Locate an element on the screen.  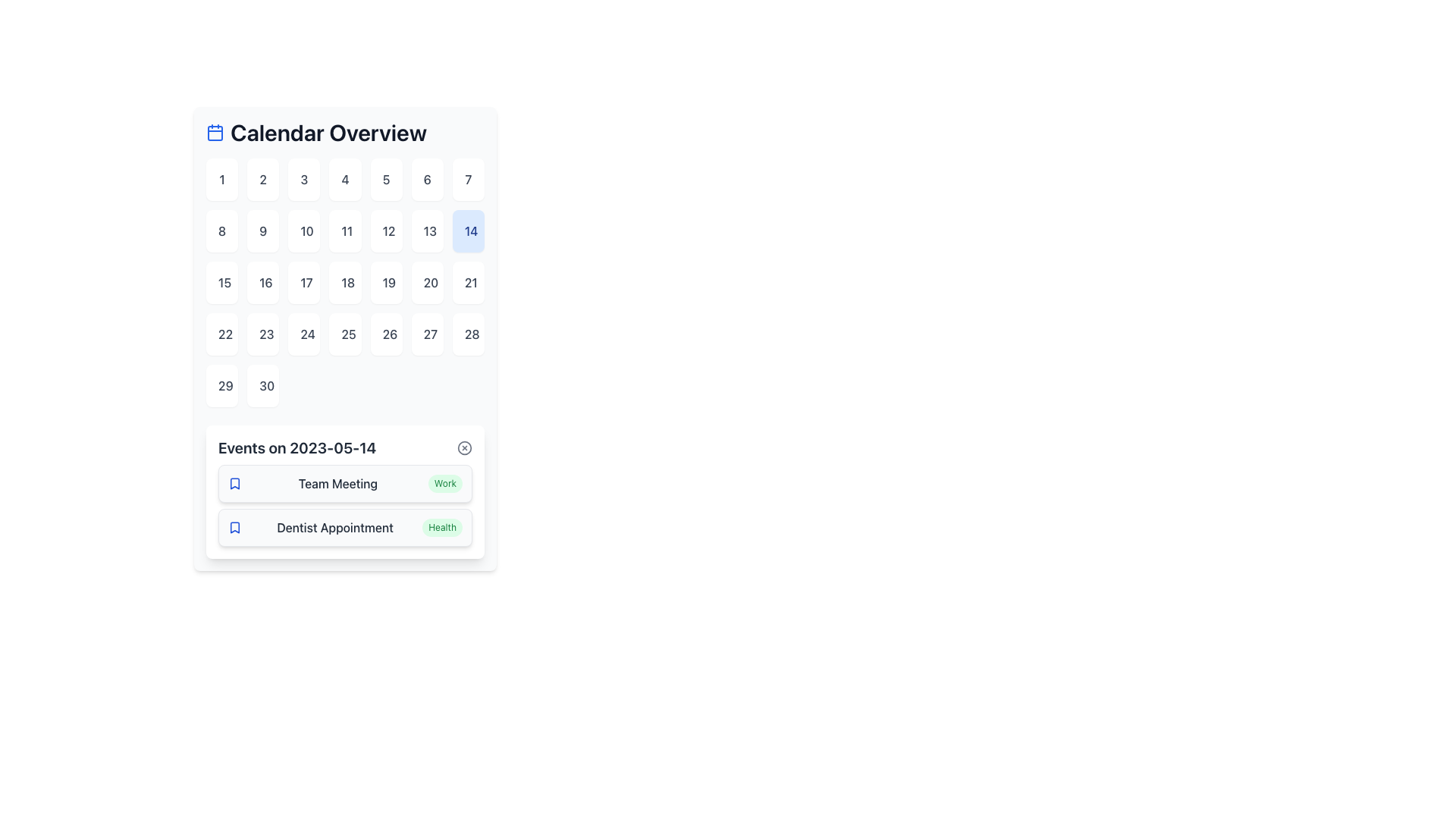
the first event item displaying 'Team Meeting' is located at coordinates (344, 483).